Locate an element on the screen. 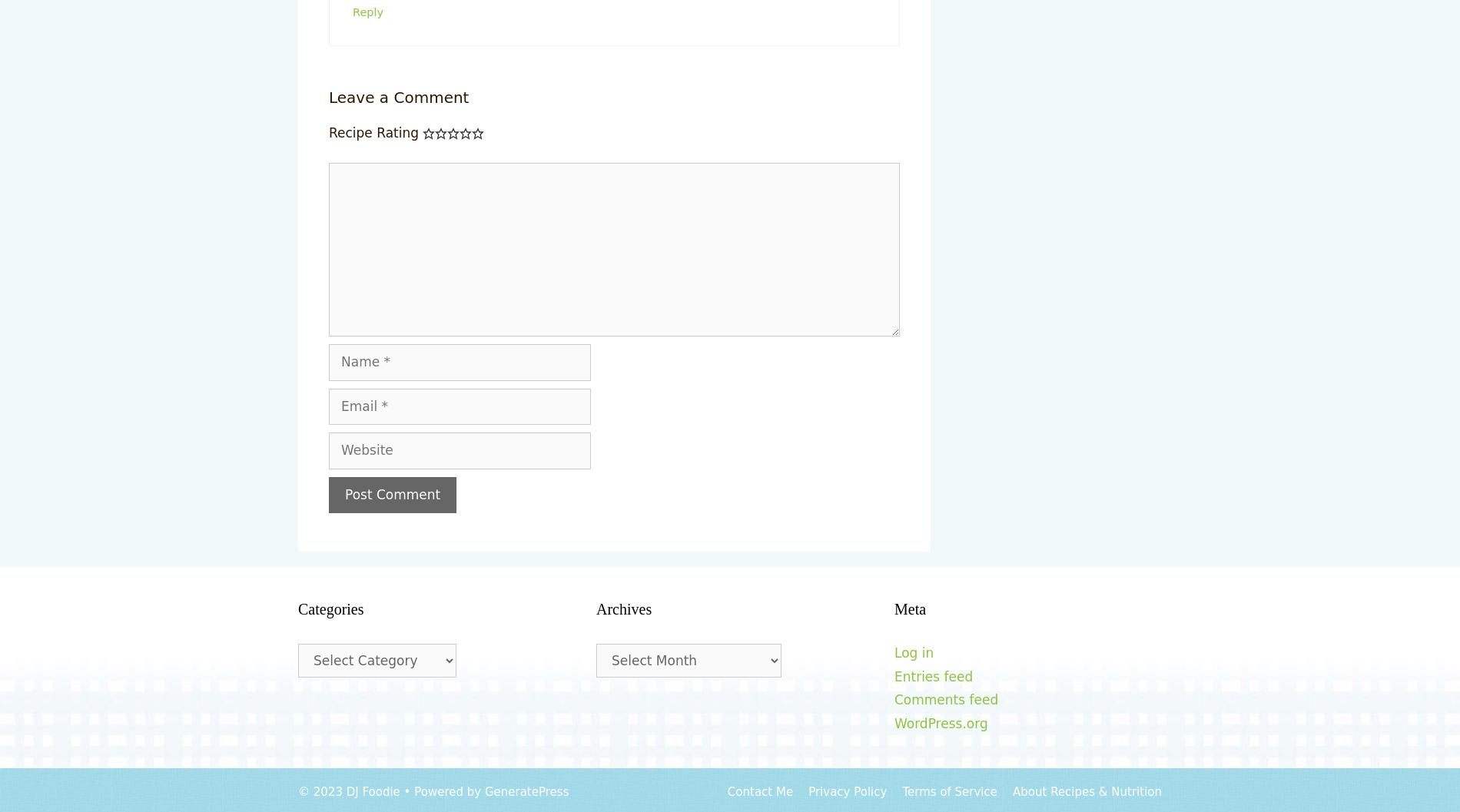  'Log in' is located at coordinates (893, 652).